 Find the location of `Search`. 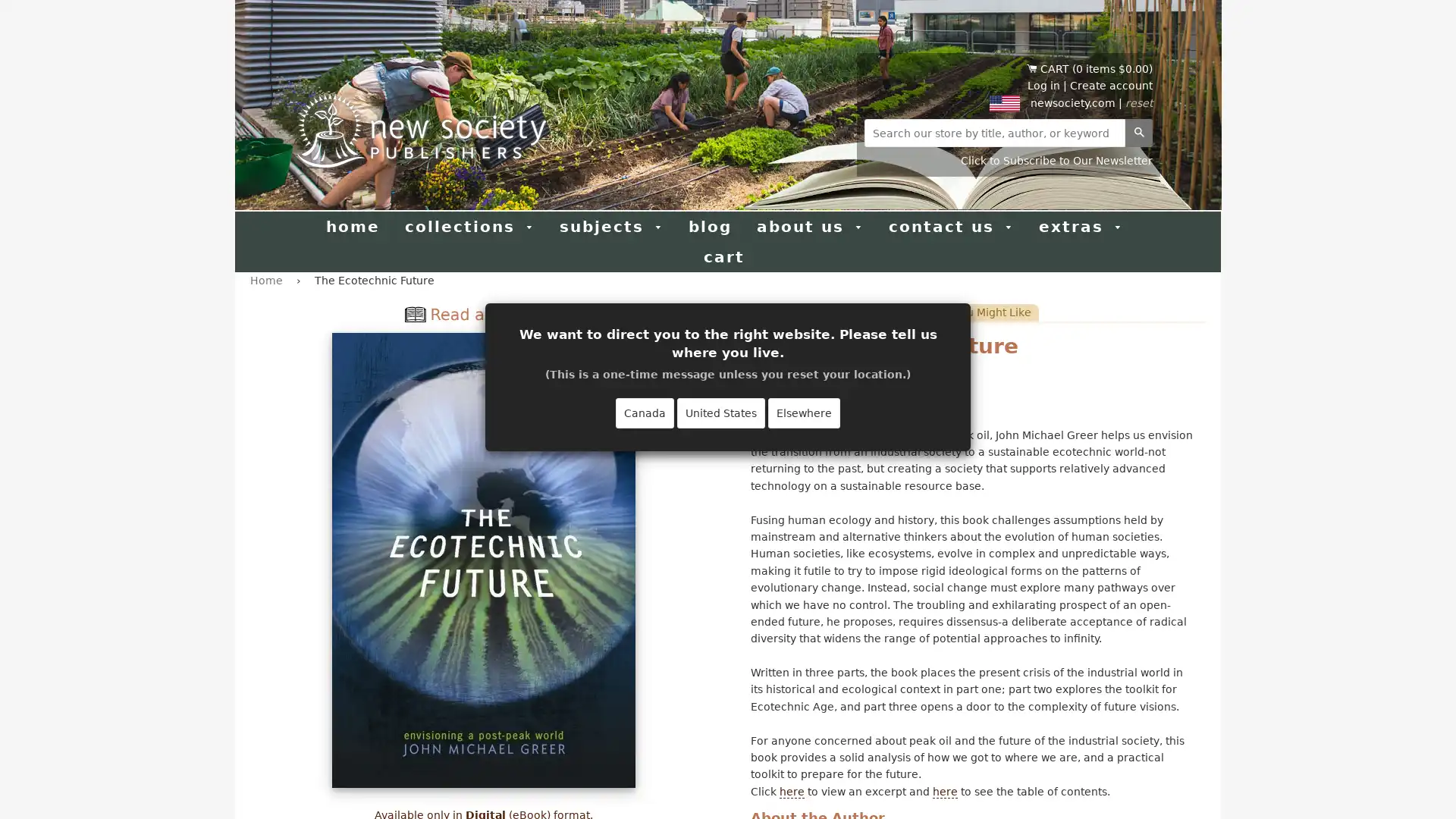

Search is located at coordinates (1139, 132).